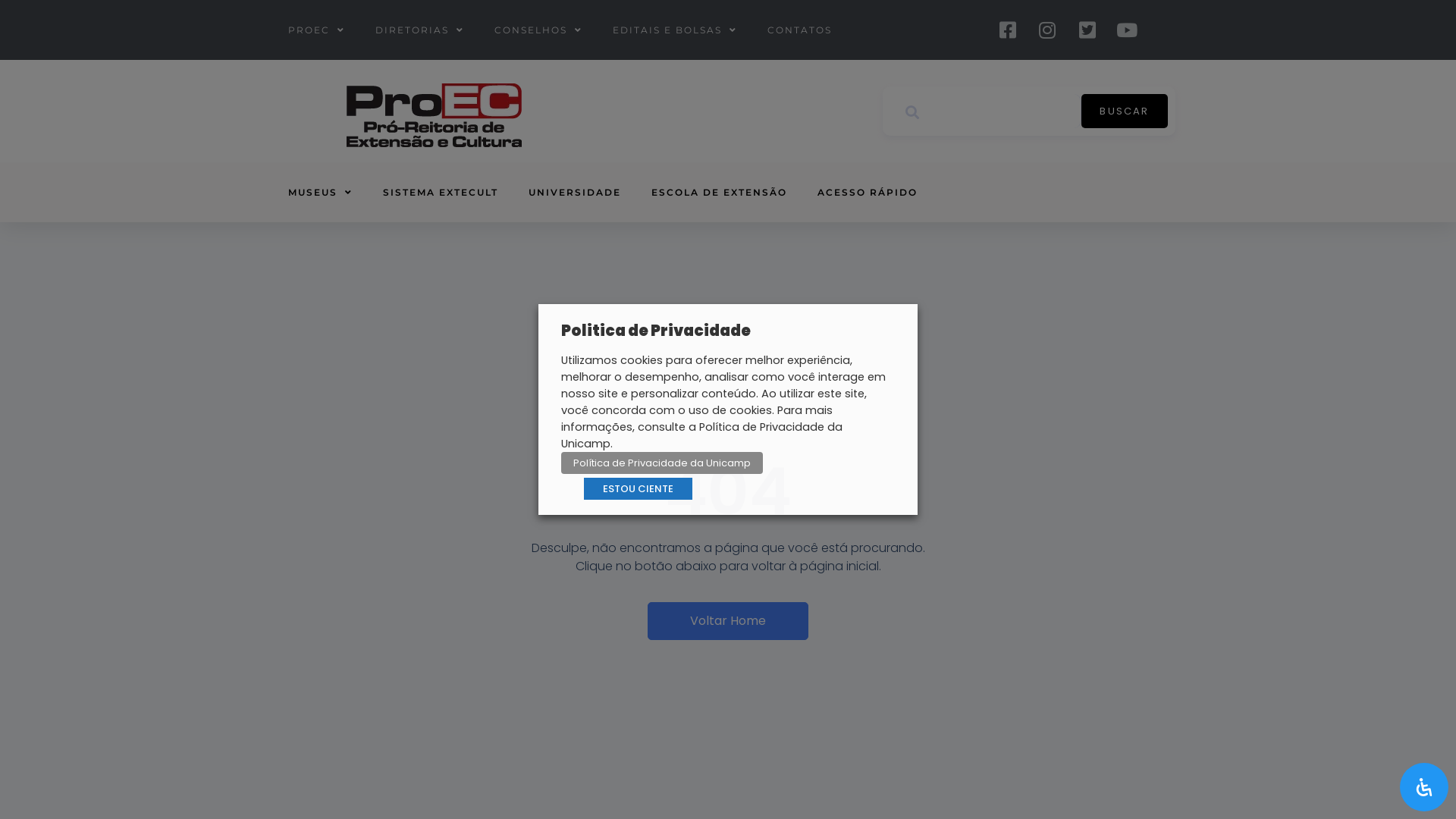  I want to click on 'EDITAIS E BOLSAS', so click(673, 30).